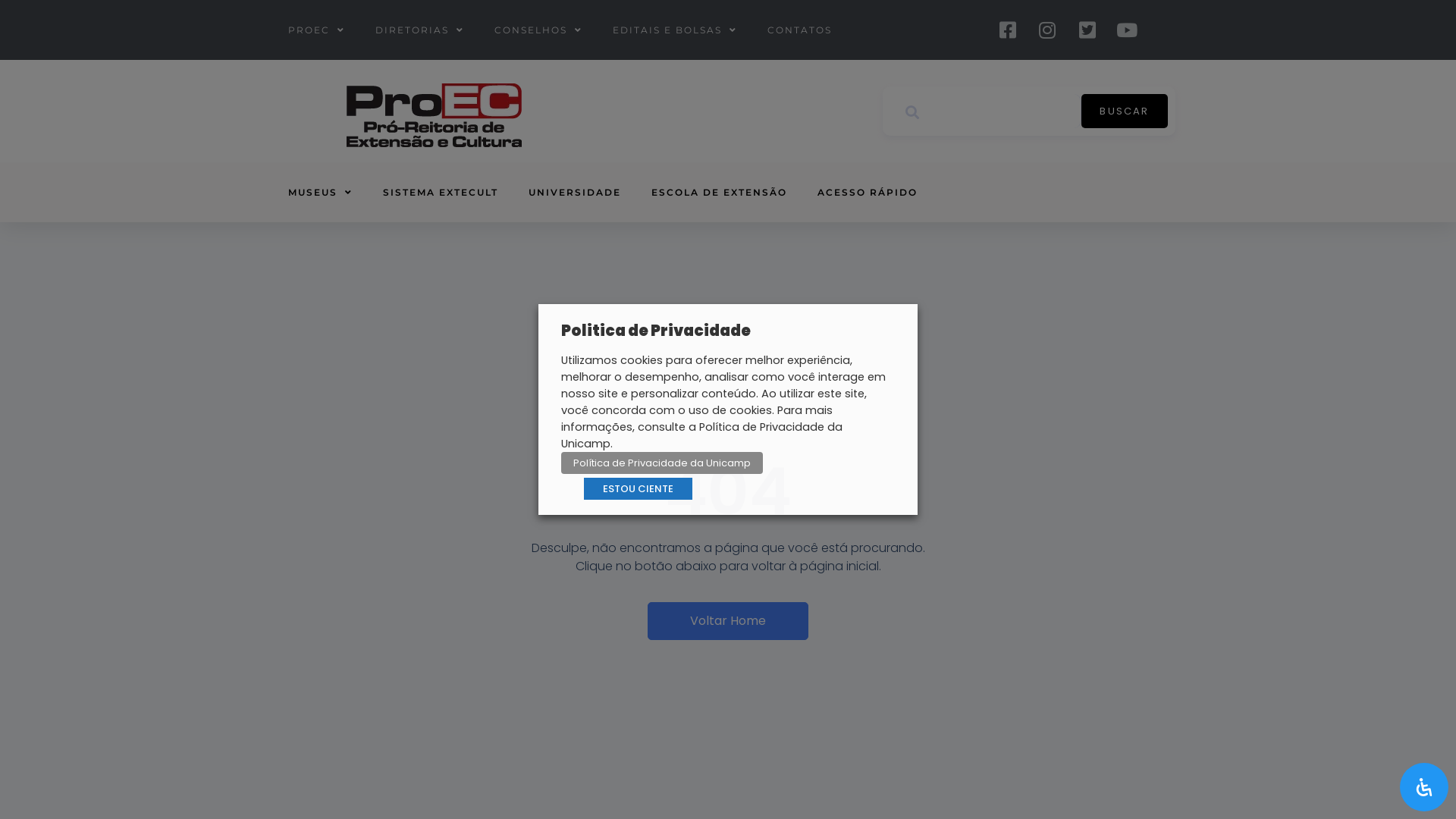  I want to click on 'EDITAIS E BOLSAS', so click(673, 30).